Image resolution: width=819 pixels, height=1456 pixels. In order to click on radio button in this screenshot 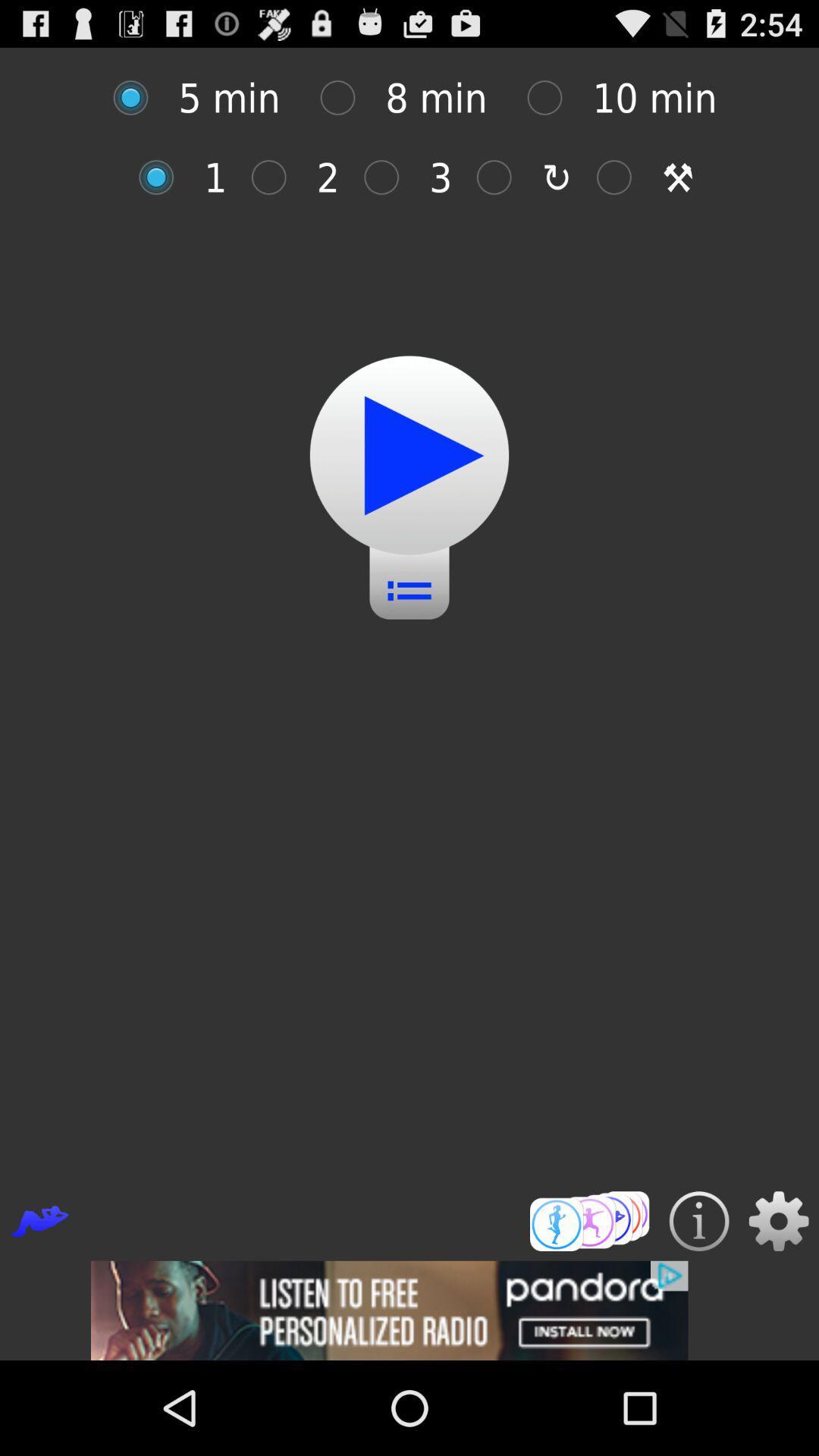, I will do `click(553, 97)`.